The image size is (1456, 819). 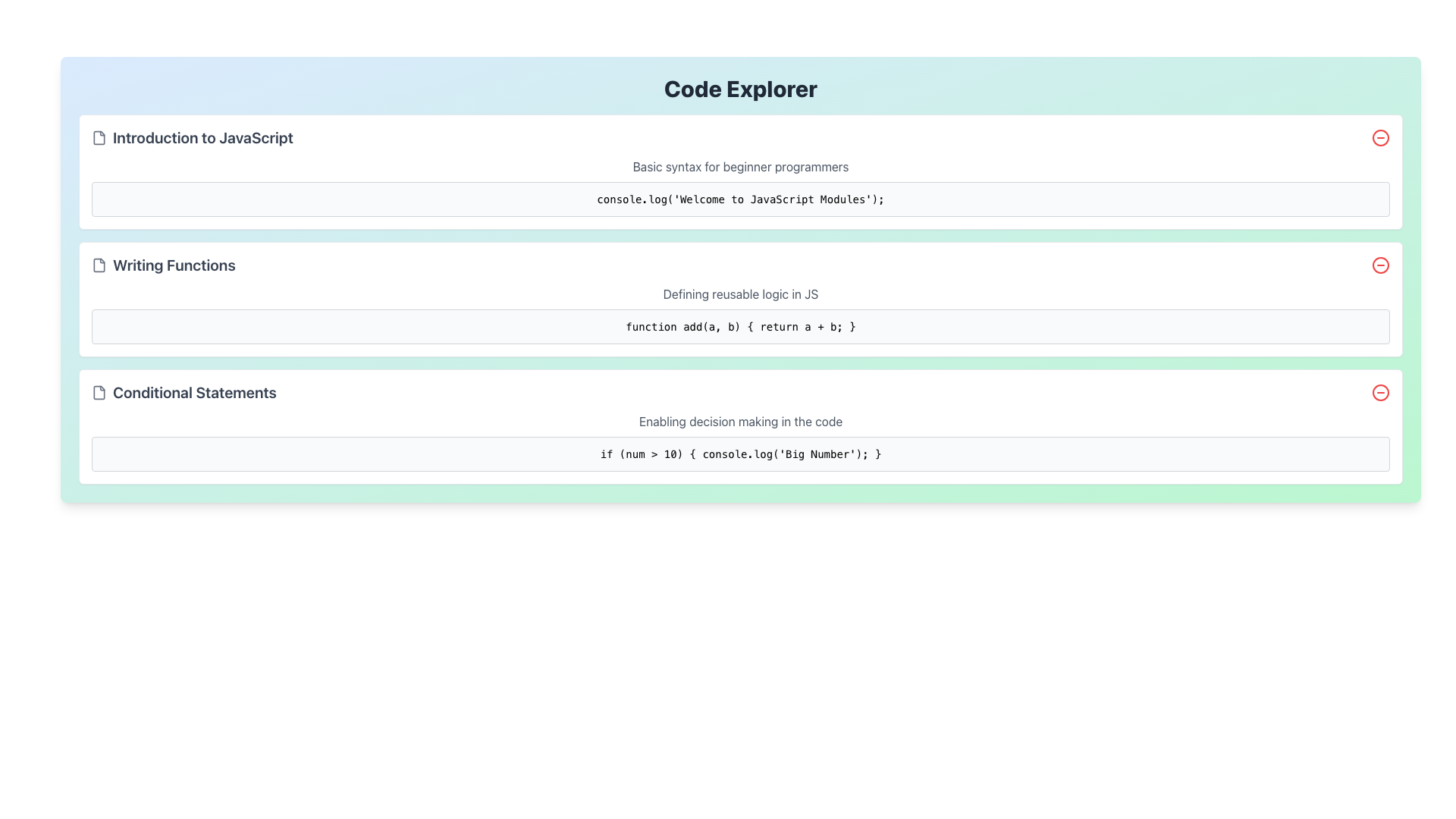 What do you see at coordinates (741, 166) in the screenshot?
I see `introductory static text label located in the 'Introduction to JavaScript' section, positioned directly above the code snippet 'console.log('Welcome to JavaScript Modules');'` at bounding box center [741, 166].